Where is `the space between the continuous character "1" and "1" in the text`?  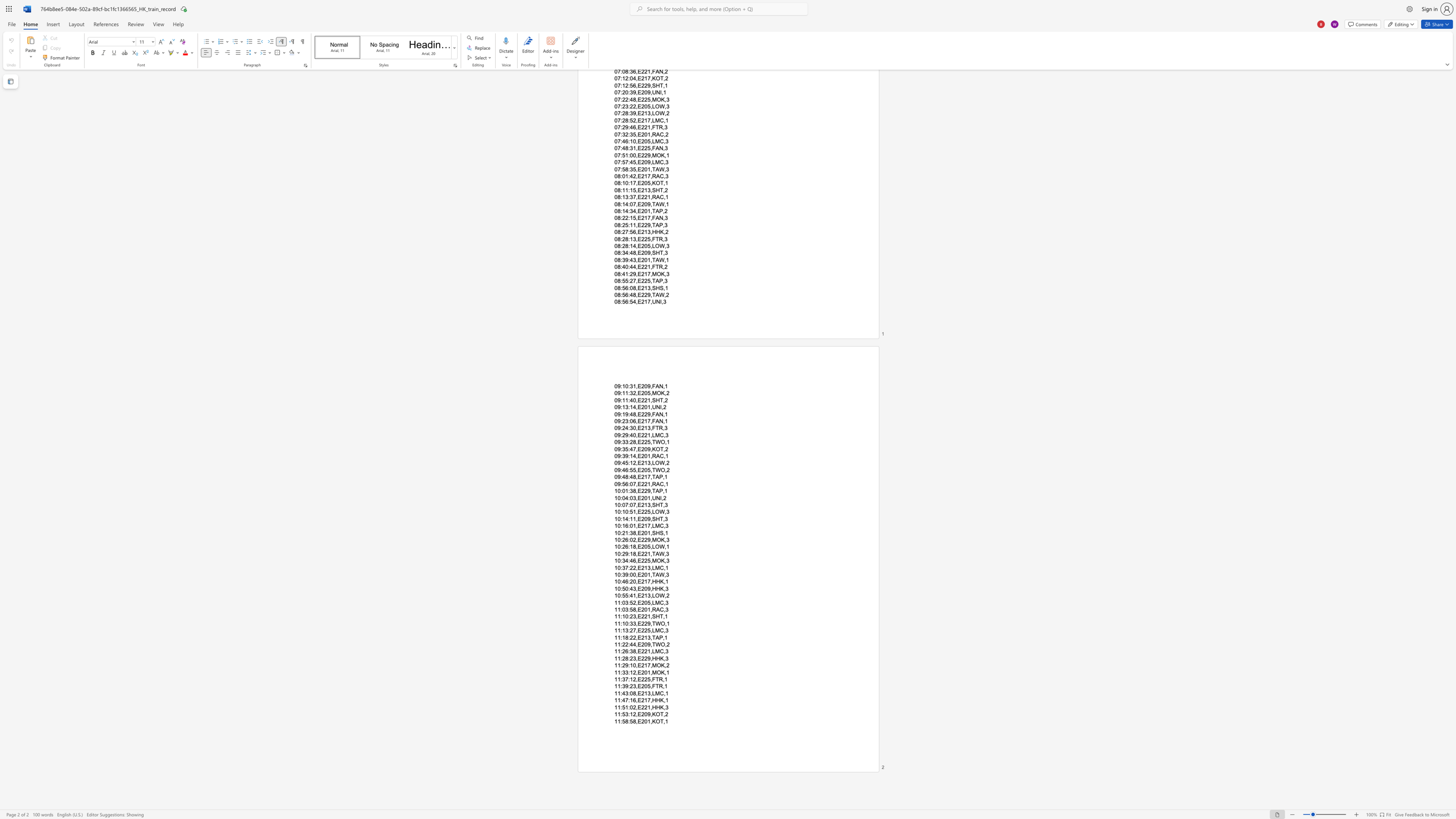 the space between the continuous character "1" and "1" in the text is located at coordinates (617, 707).